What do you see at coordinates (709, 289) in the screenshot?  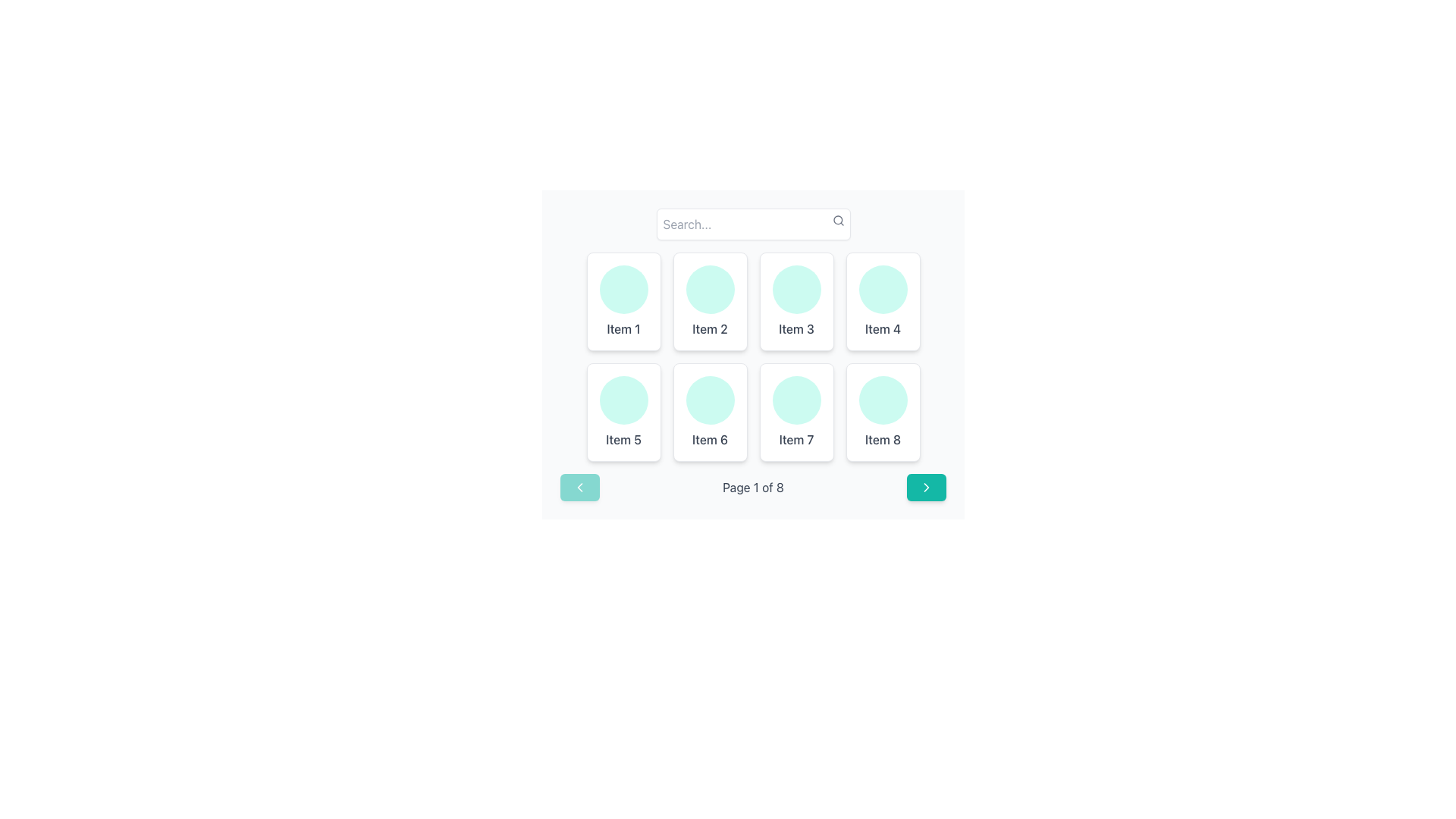 I see `the circular decorative element located centrally within the card labeled 'Item 2' in the first row, second column of the grid layout` at bounding box center [709, 289].